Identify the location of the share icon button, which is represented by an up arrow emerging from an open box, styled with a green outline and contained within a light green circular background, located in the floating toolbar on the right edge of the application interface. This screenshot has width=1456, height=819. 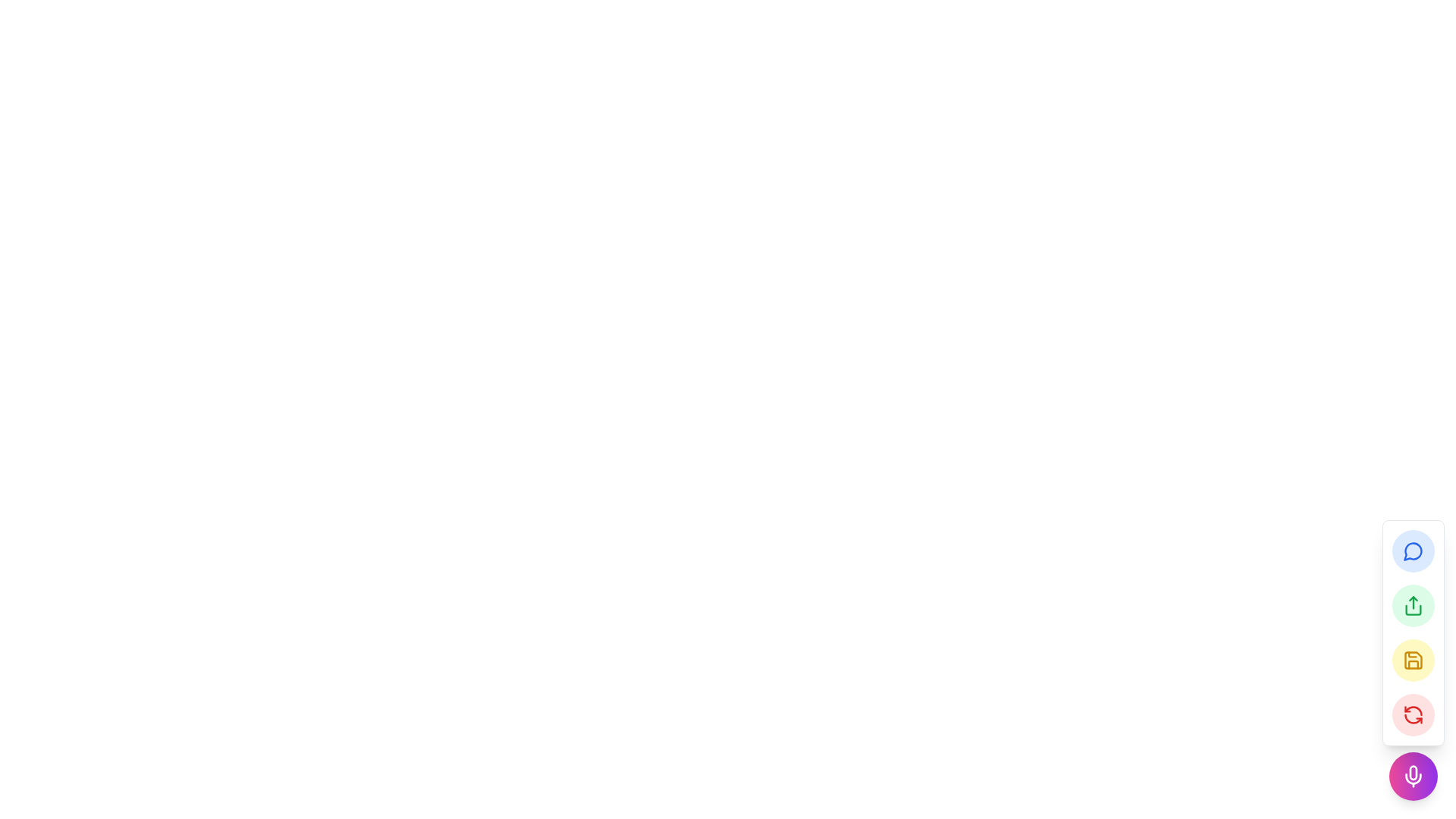
(1412, 604).